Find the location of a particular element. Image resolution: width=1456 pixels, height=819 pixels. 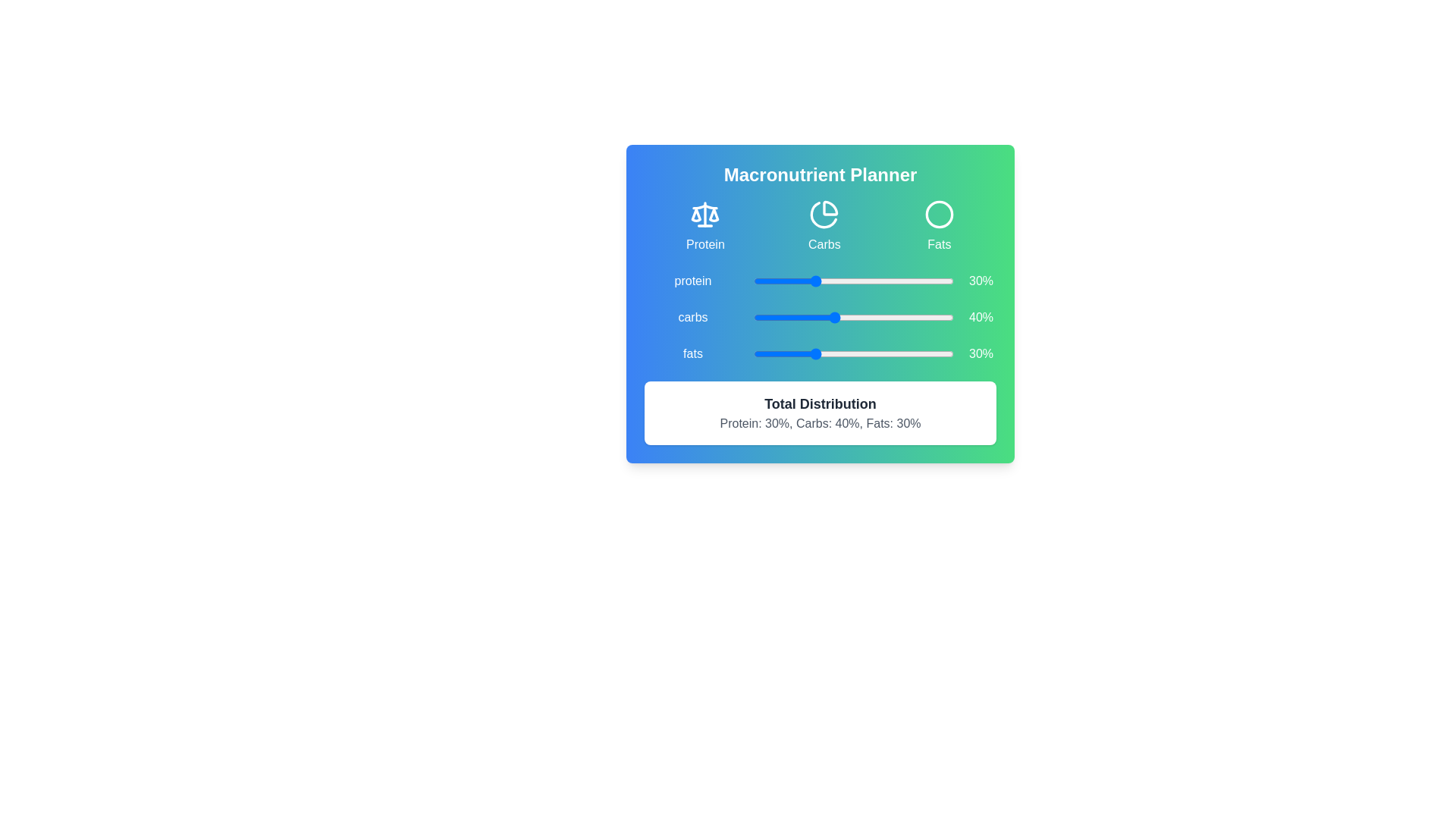

the Informational section with icons and text that displays 'Protein', 'Carbs', and 'Fats' within the 'Macronutrient Planner' card is located at coordinates (819, 227).